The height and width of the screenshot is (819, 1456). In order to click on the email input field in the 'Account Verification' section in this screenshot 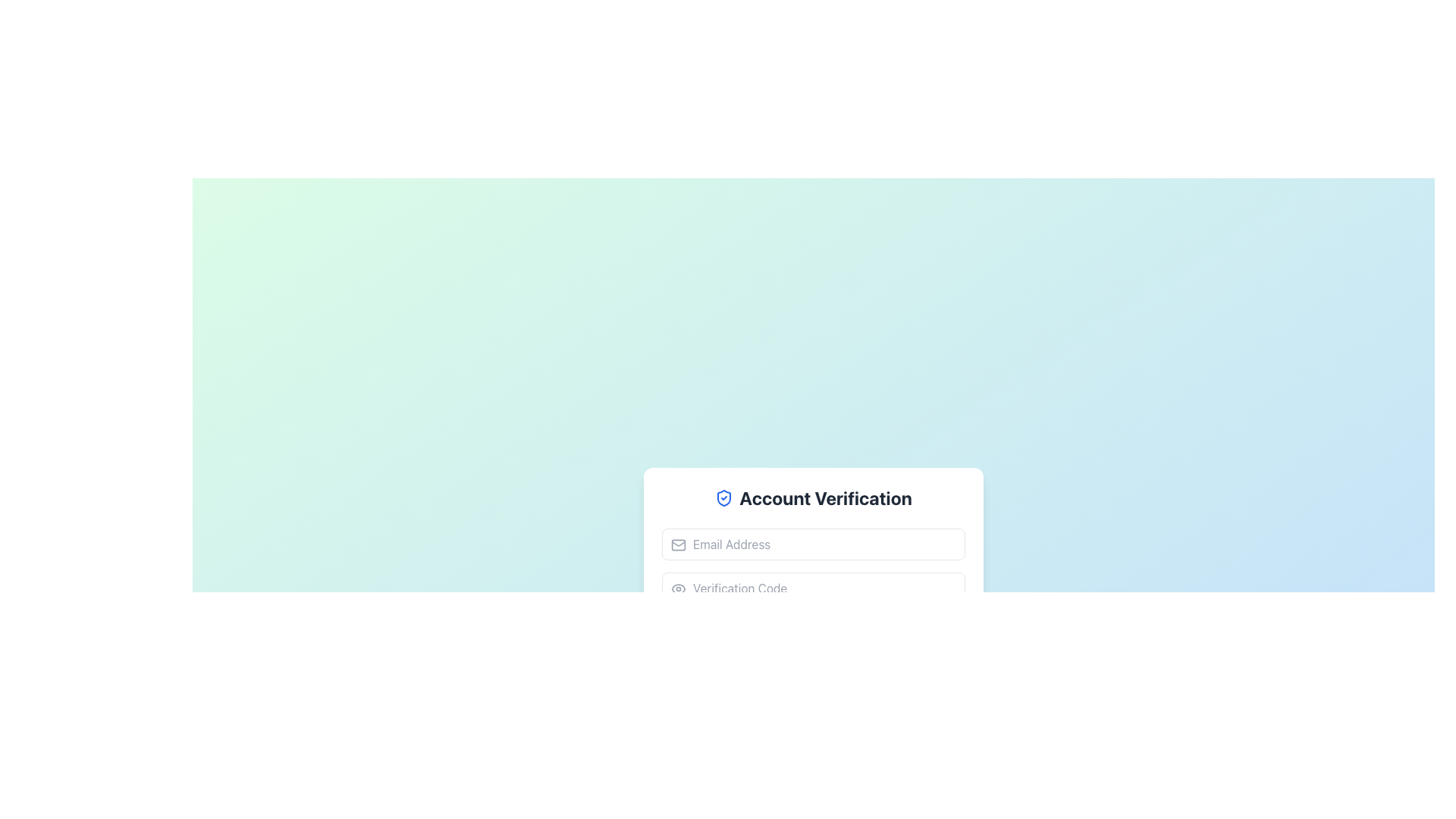, I will do `click(813, 543)`.